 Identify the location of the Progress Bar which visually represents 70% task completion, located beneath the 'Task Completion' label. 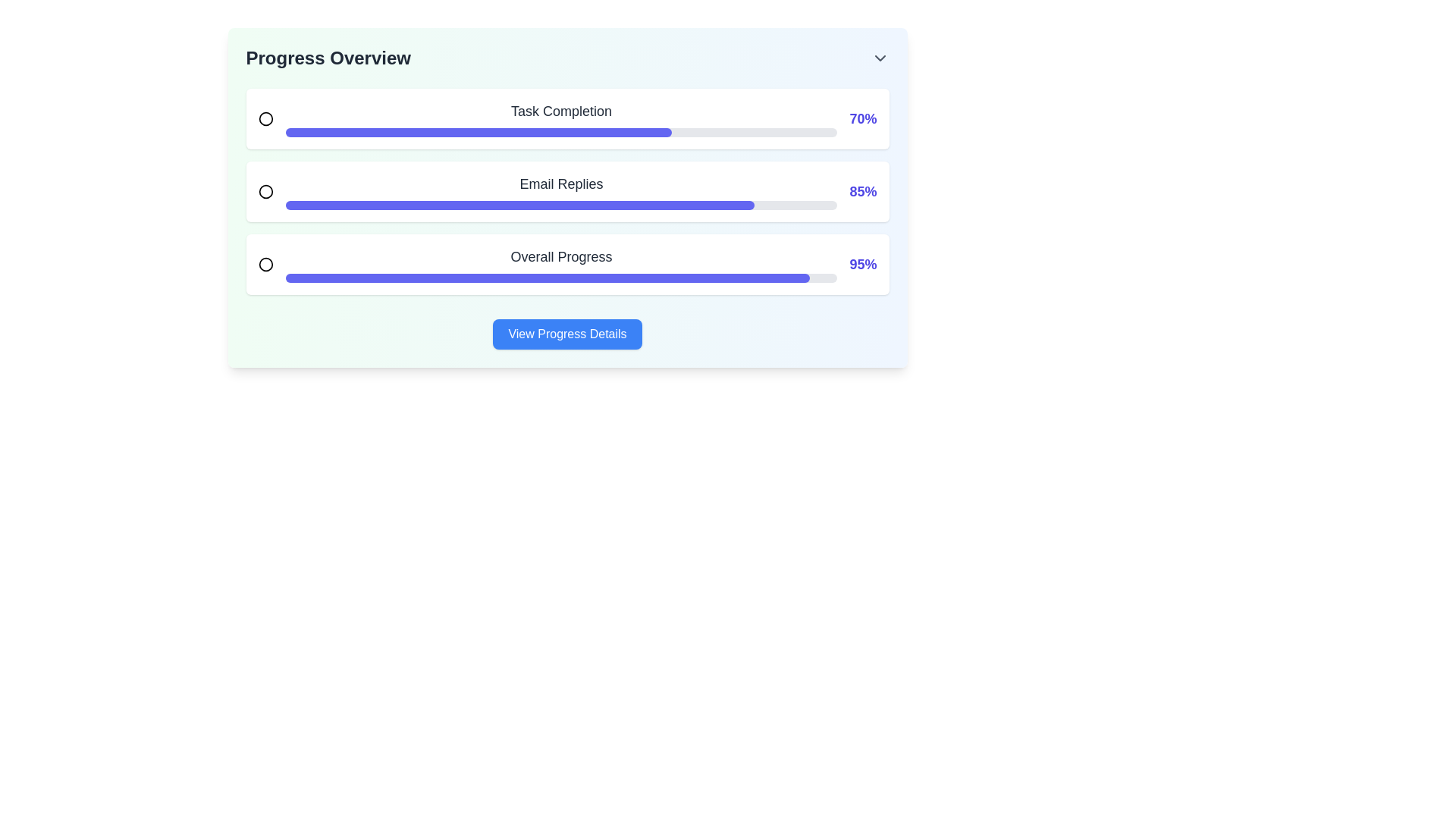
(560, 131).